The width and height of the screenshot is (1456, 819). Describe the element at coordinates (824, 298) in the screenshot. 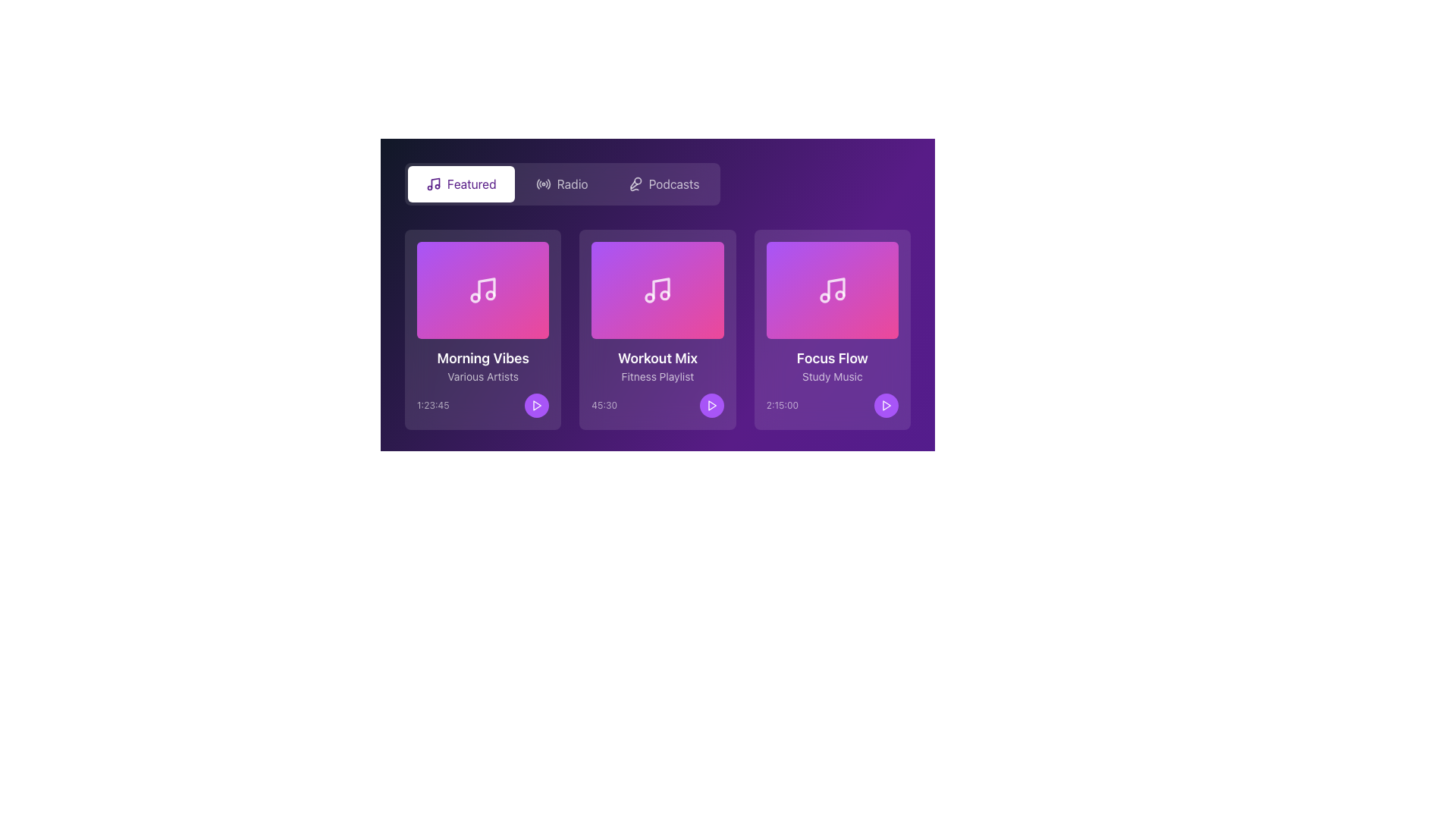

I see `the leftmost circular graphic of the music note icon in the 'Focus Flow' card, which is the third card from the left in the row below the main navigation bar` at that location.